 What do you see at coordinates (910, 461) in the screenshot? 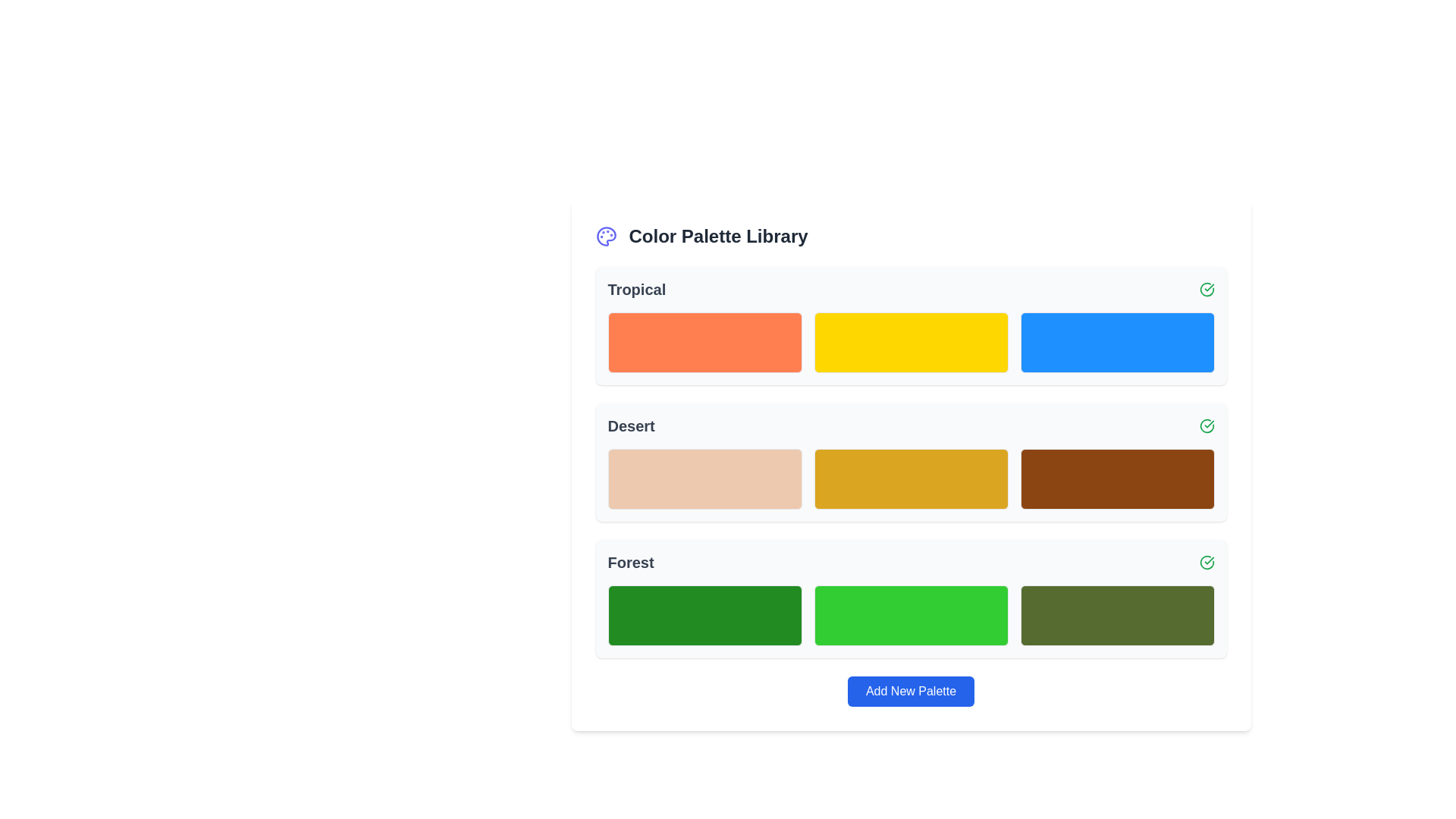
I see `the central color swatch of the 'Desert' section, which is the second element in a vertical stack of three similar elements` at bounding box center [910, 461].